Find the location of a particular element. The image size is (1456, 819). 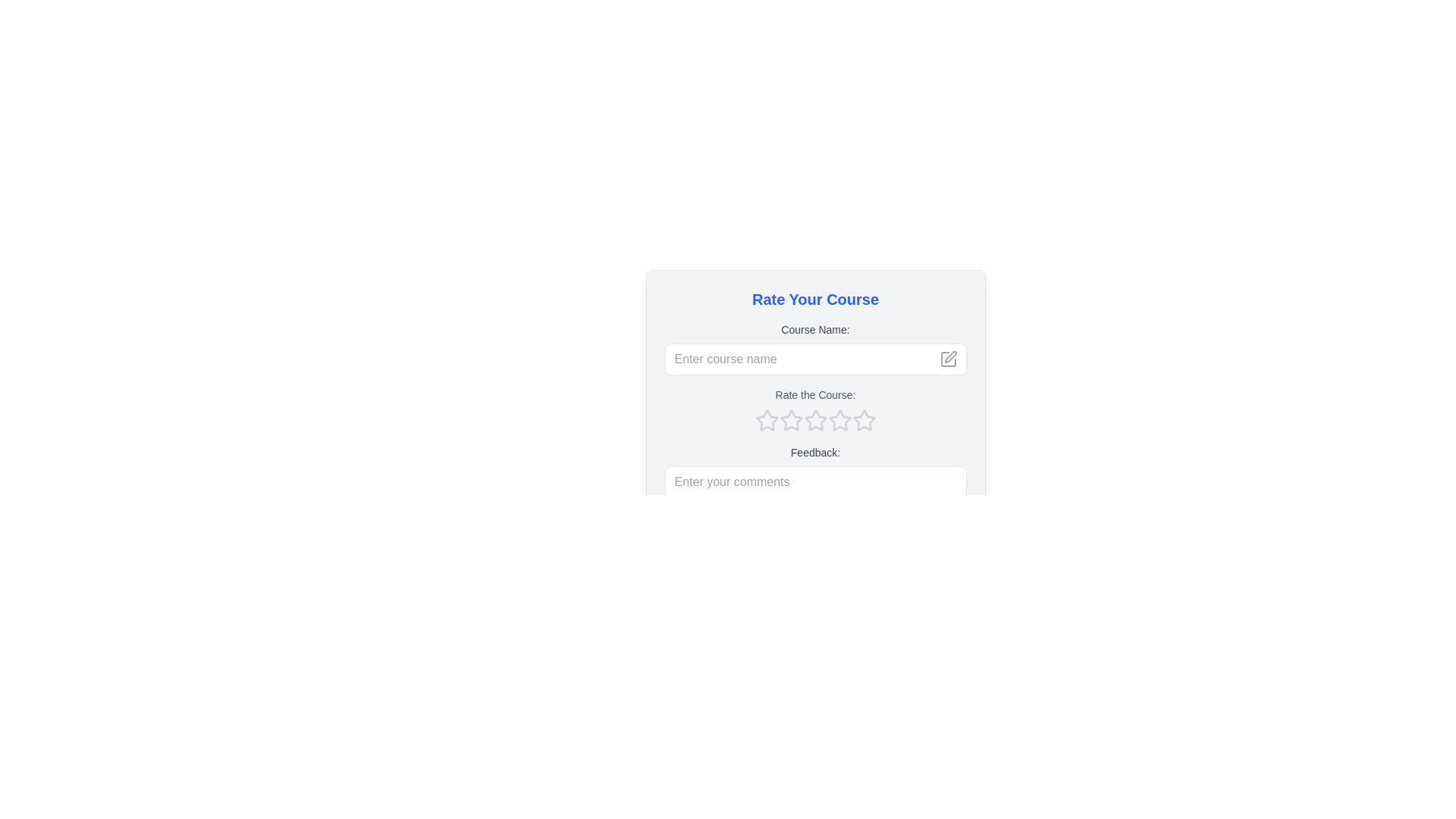

the fourth star in the rating component is located at coordinates (864, 420).